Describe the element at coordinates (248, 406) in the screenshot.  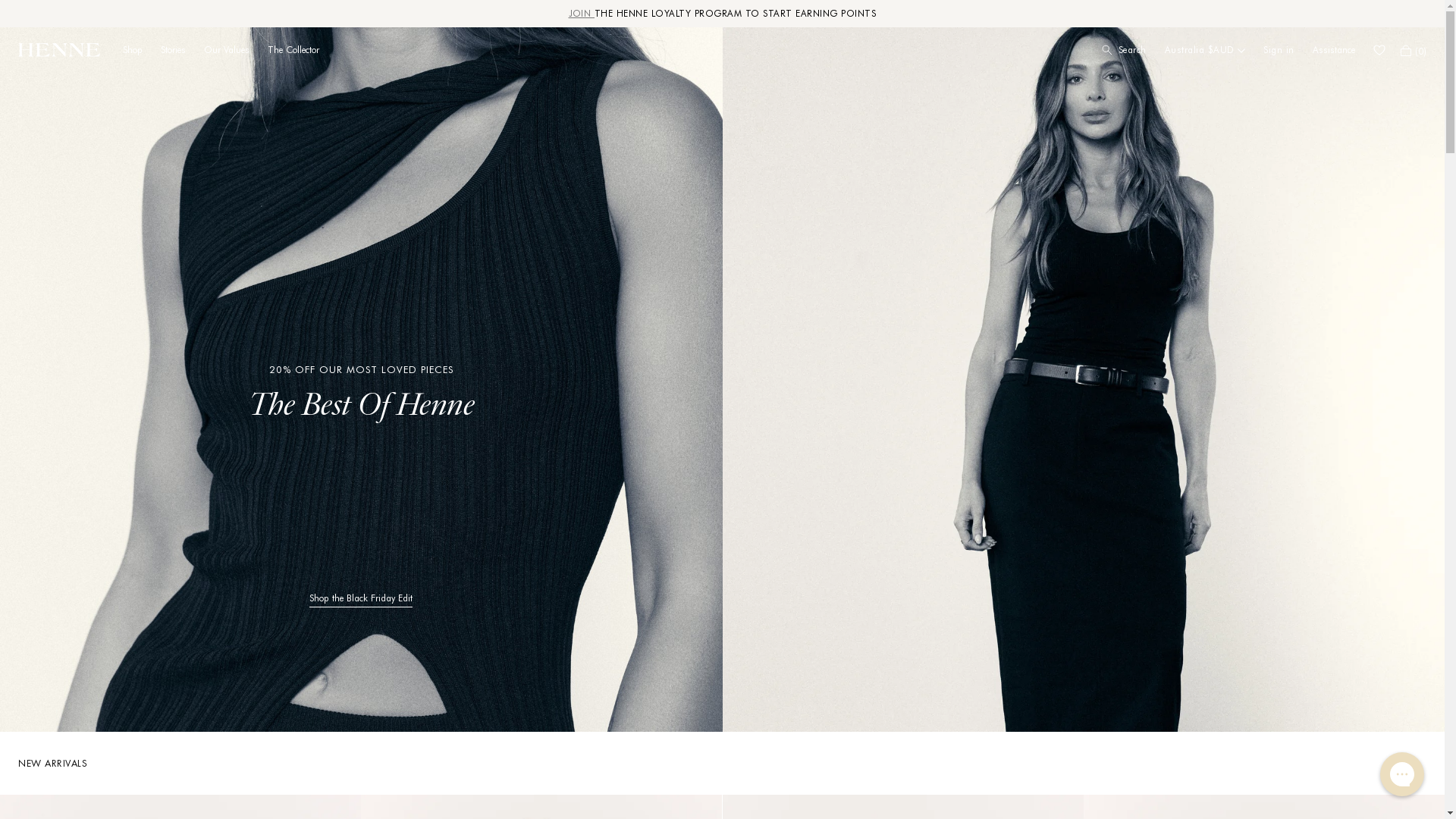
I see `'The Best Of Henne'` at that location.